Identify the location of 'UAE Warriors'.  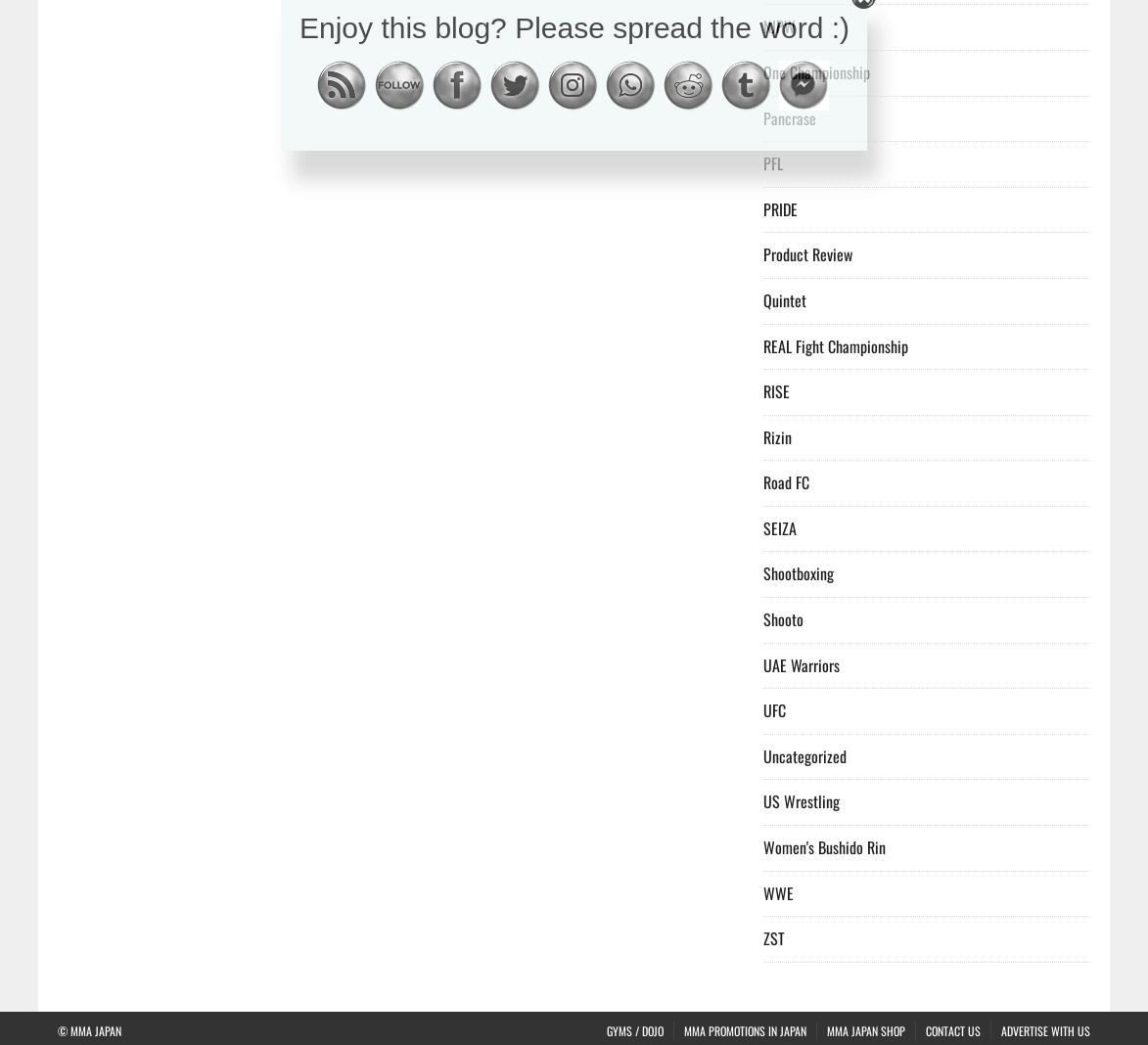
(762, 664).